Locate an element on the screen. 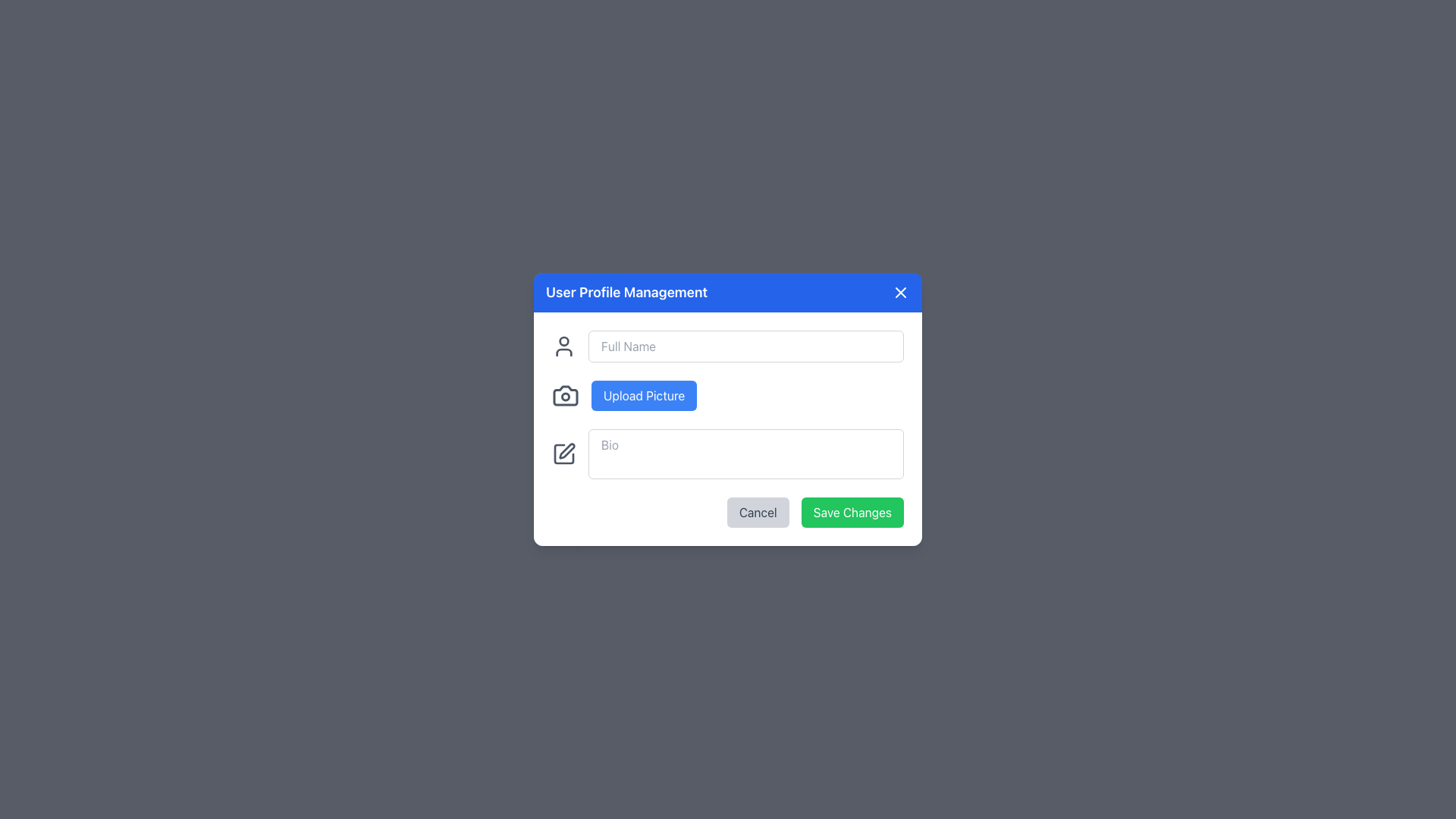 The width and height of the screenshot is (1456, 819). the user icon, which is represented by a dark gray circular head and torso design, located at the left-most position before the 'Full Name' text input field in the user profile management dialog is located at coordinates (563, 346).